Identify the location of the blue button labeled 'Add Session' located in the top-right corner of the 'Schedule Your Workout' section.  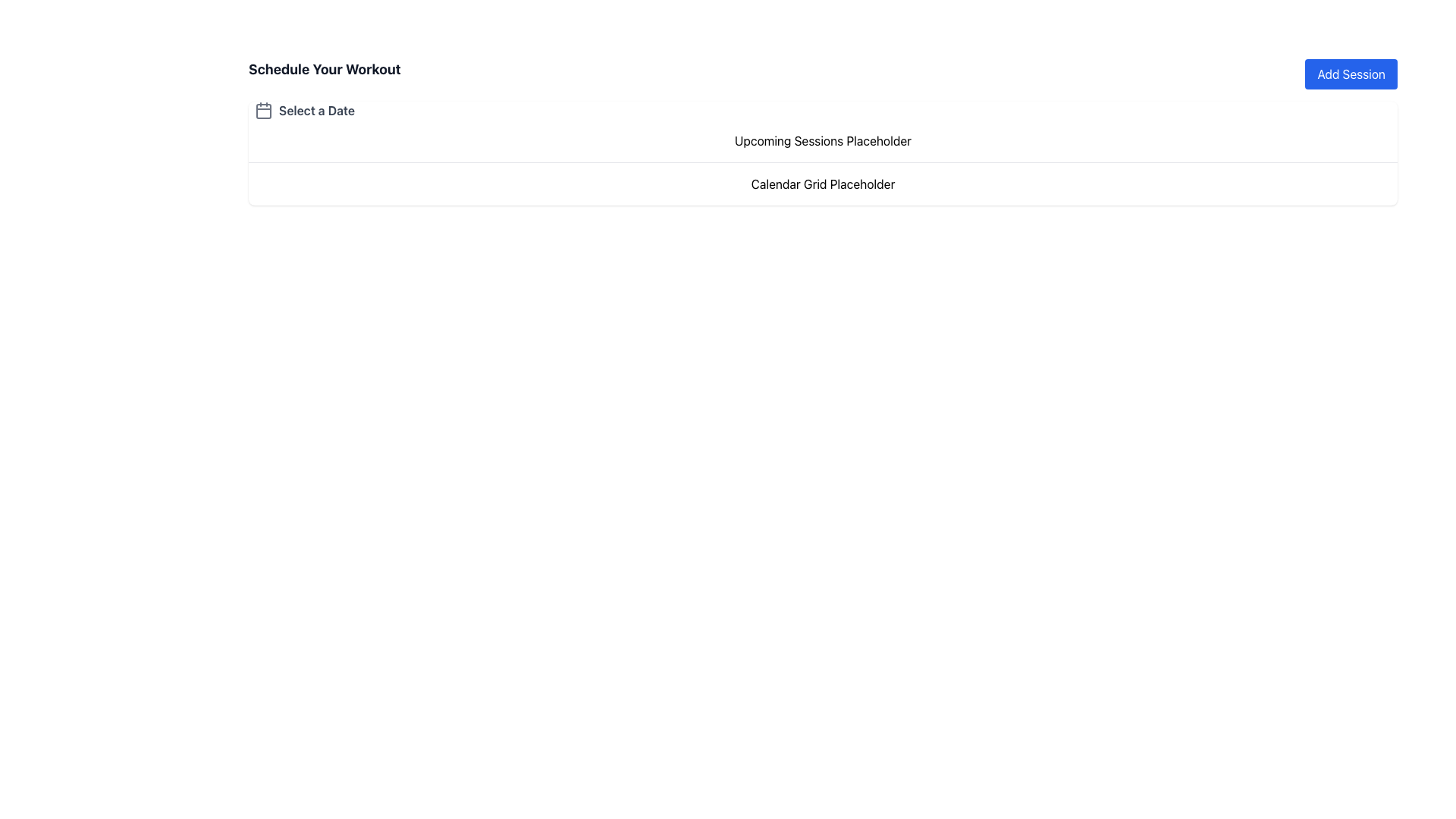
(1351, 74).